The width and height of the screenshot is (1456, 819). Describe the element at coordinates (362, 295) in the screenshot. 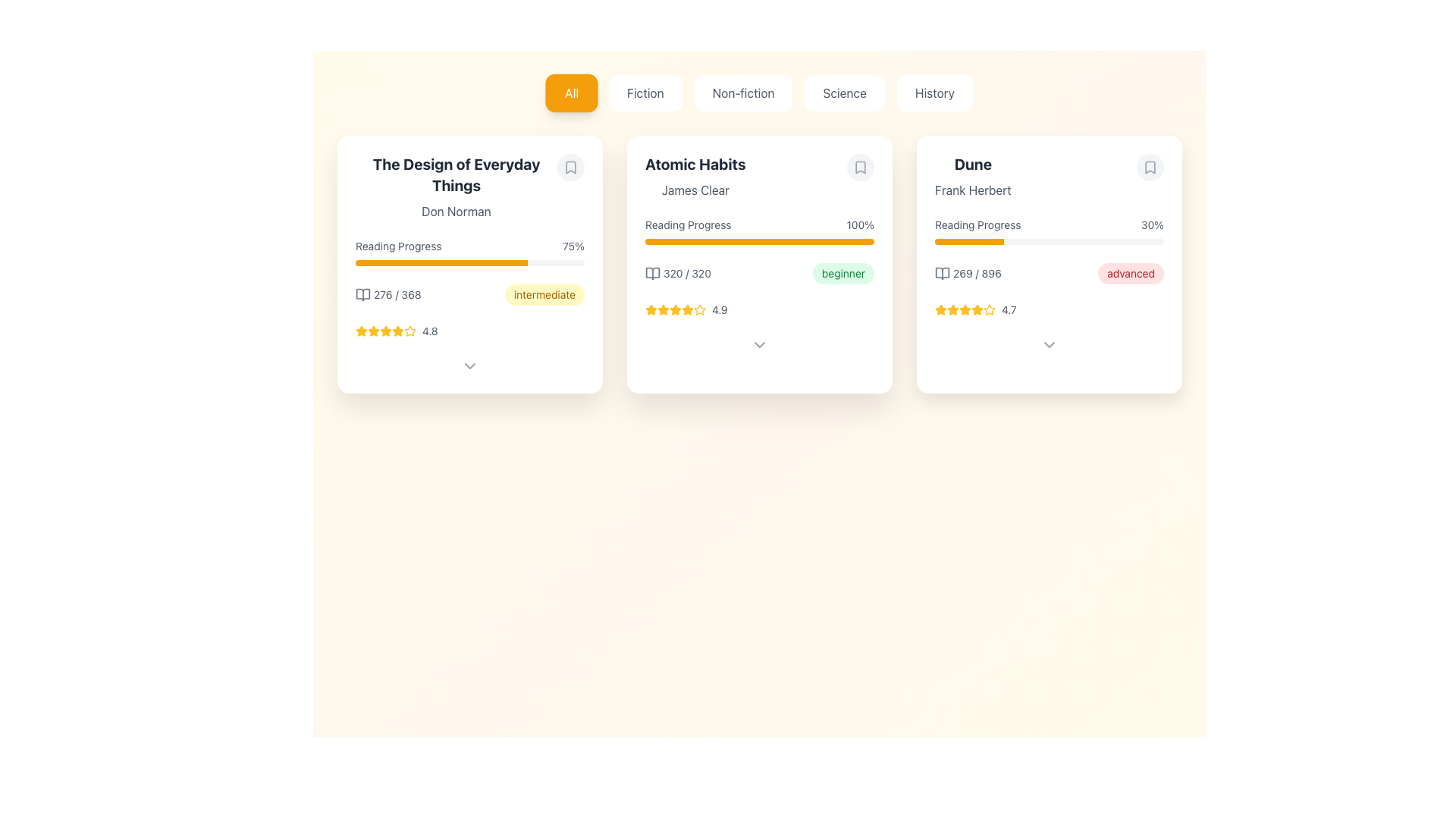

I see `the open book icon in the 'Reading Progress' section of the first card, which is gray and has smooth edges` at that location.